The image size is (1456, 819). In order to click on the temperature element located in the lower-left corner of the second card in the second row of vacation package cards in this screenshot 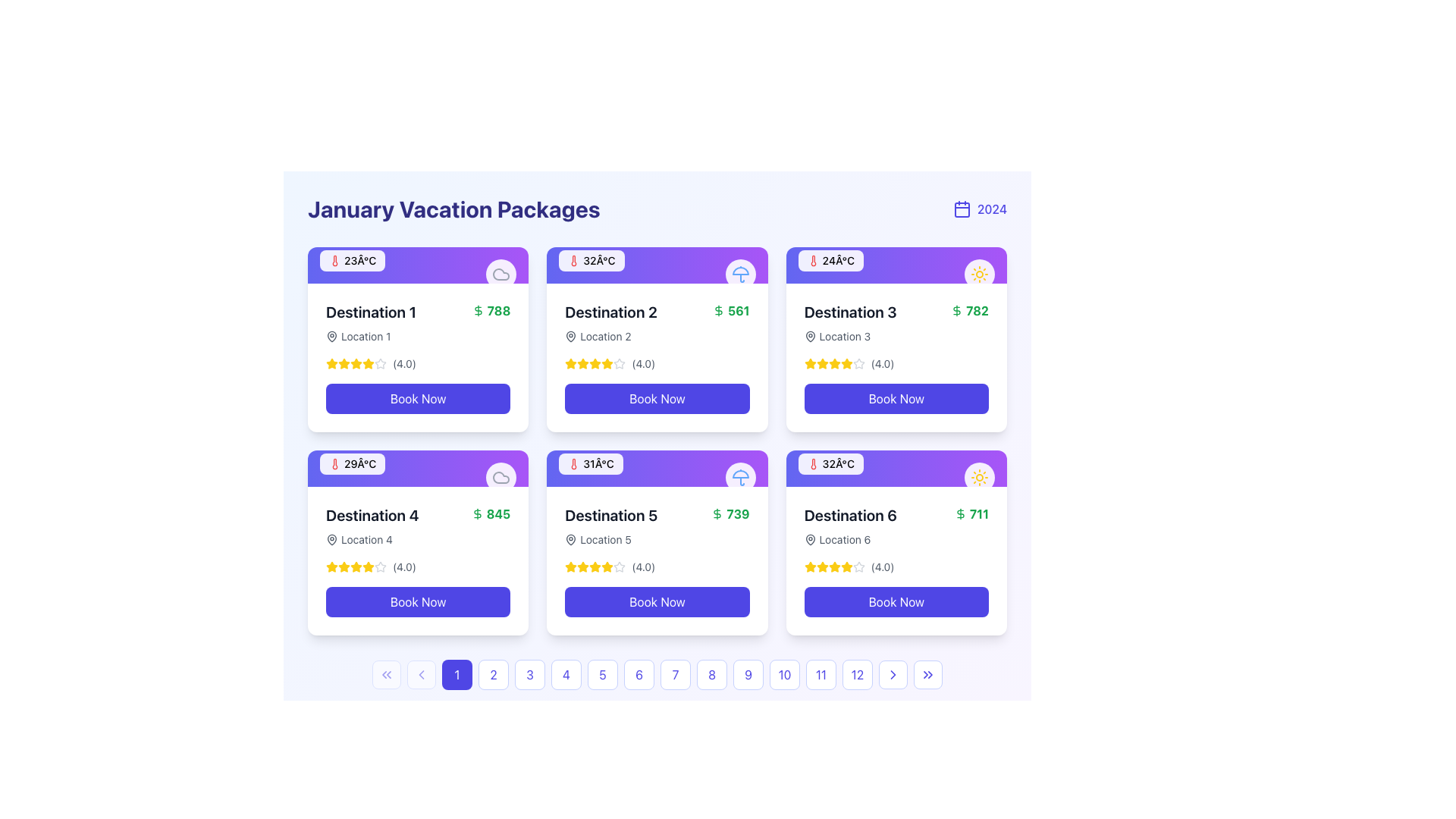, I will do `click(590, 463)`.